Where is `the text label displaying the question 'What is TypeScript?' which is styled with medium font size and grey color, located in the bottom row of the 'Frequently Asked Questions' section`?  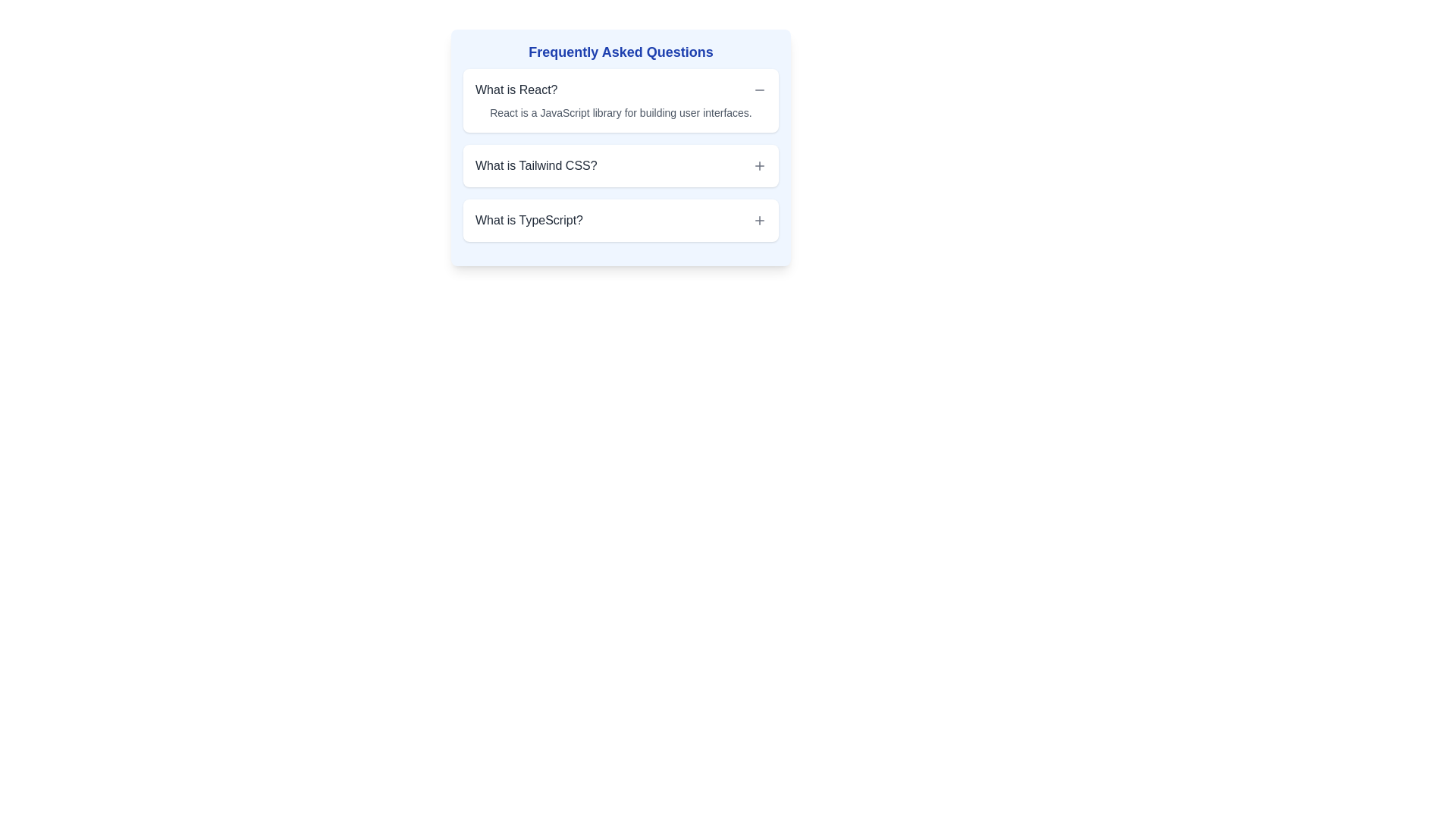 the text label displaying the question 'What is TypeScript?' which is styled with medium font size and grey color, located in the bottom row of the 'Frequently Asked Questions' section is located at coordinates (529, 220).